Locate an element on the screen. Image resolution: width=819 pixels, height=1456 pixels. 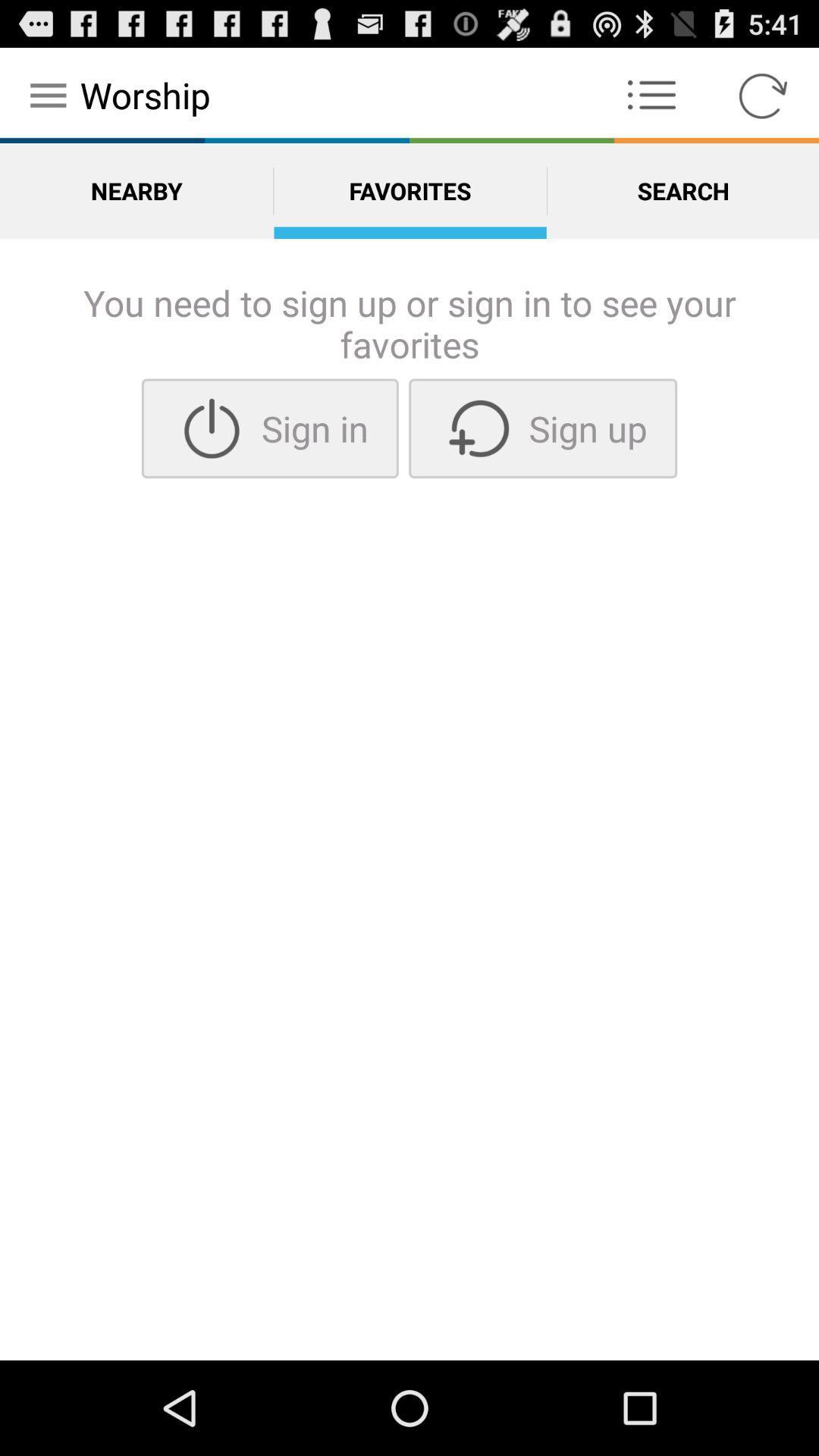
icon above search is located at coordinates (651, 94).